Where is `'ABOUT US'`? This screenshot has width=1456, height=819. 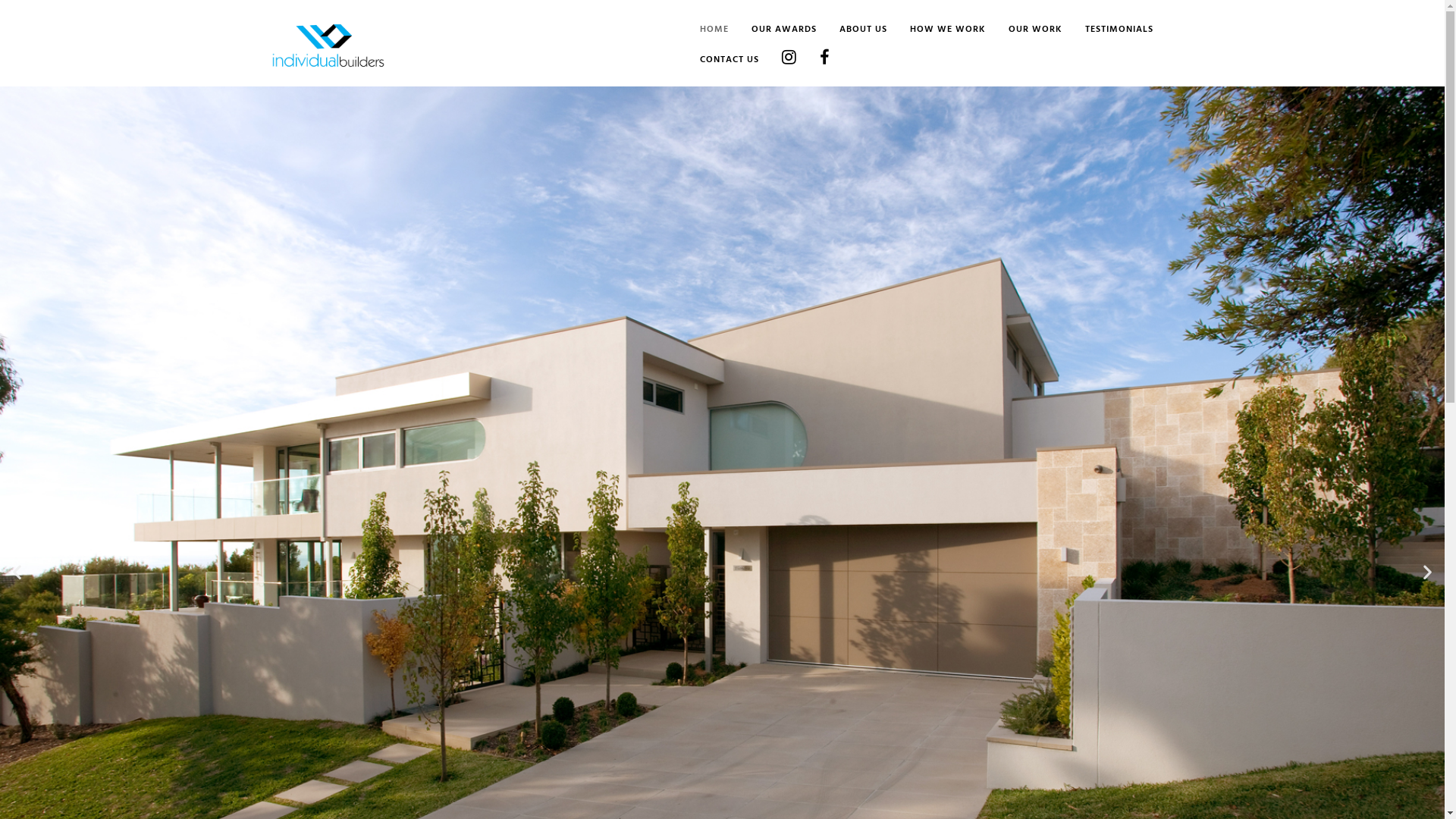 'ABOUT US' is located at coordinates (851, 30).